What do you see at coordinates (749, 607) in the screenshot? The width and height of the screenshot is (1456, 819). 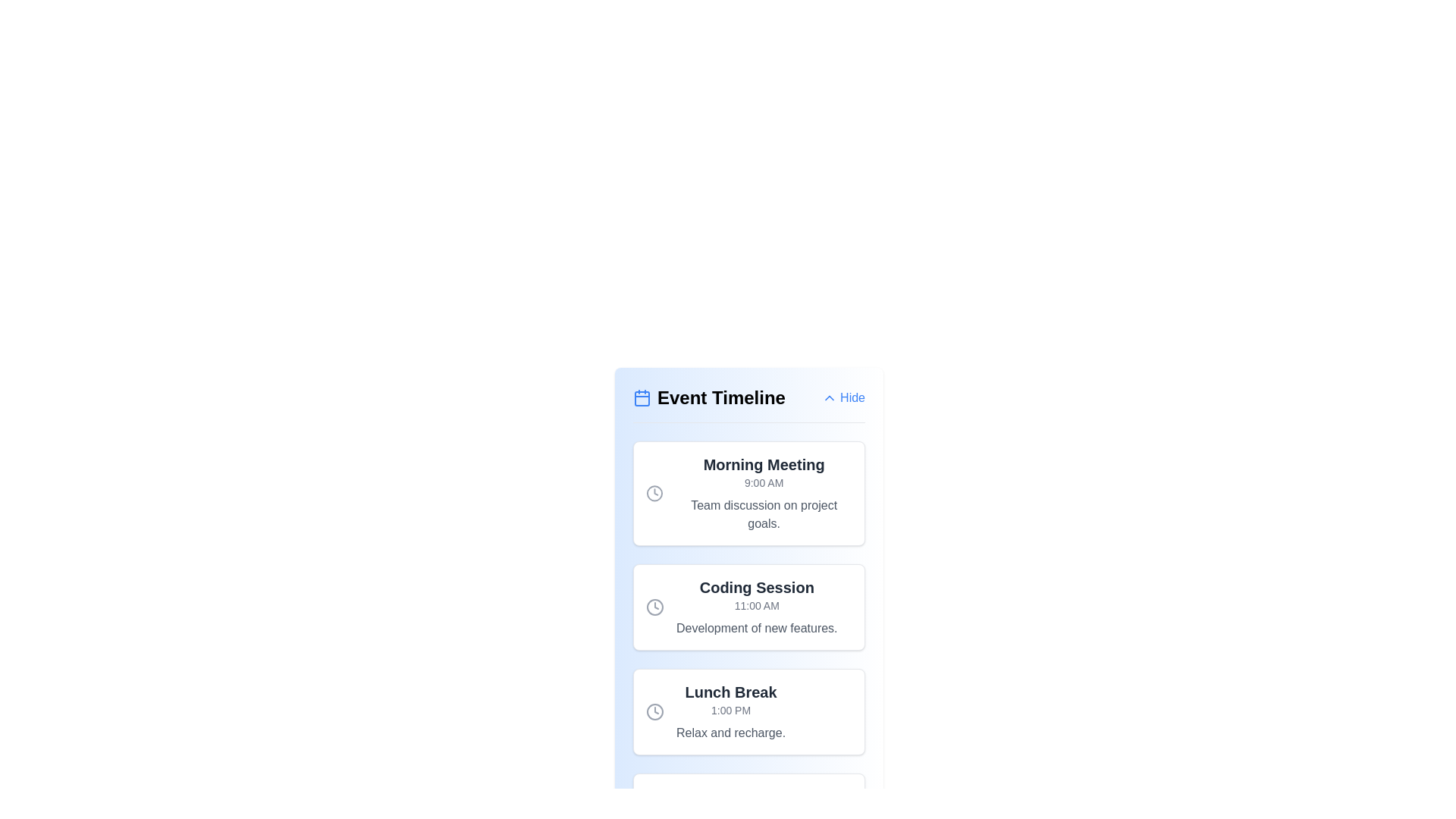 I see `the scheduled event item titled 'Coding Session' in the Event Timeline, which includes a timestamp of '11:00 AM' and additional descriptive text` at bounding box center [749, 607].